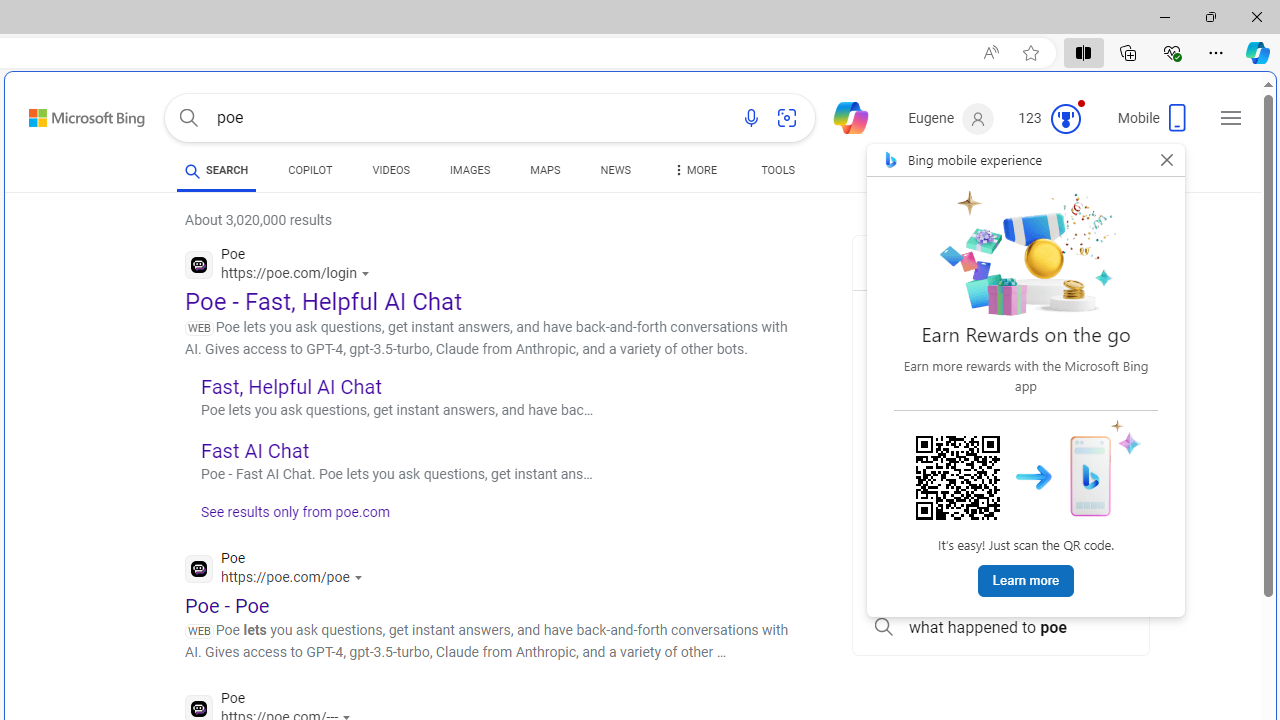  I want to click on 'VIDEOS', so click(391, 172).